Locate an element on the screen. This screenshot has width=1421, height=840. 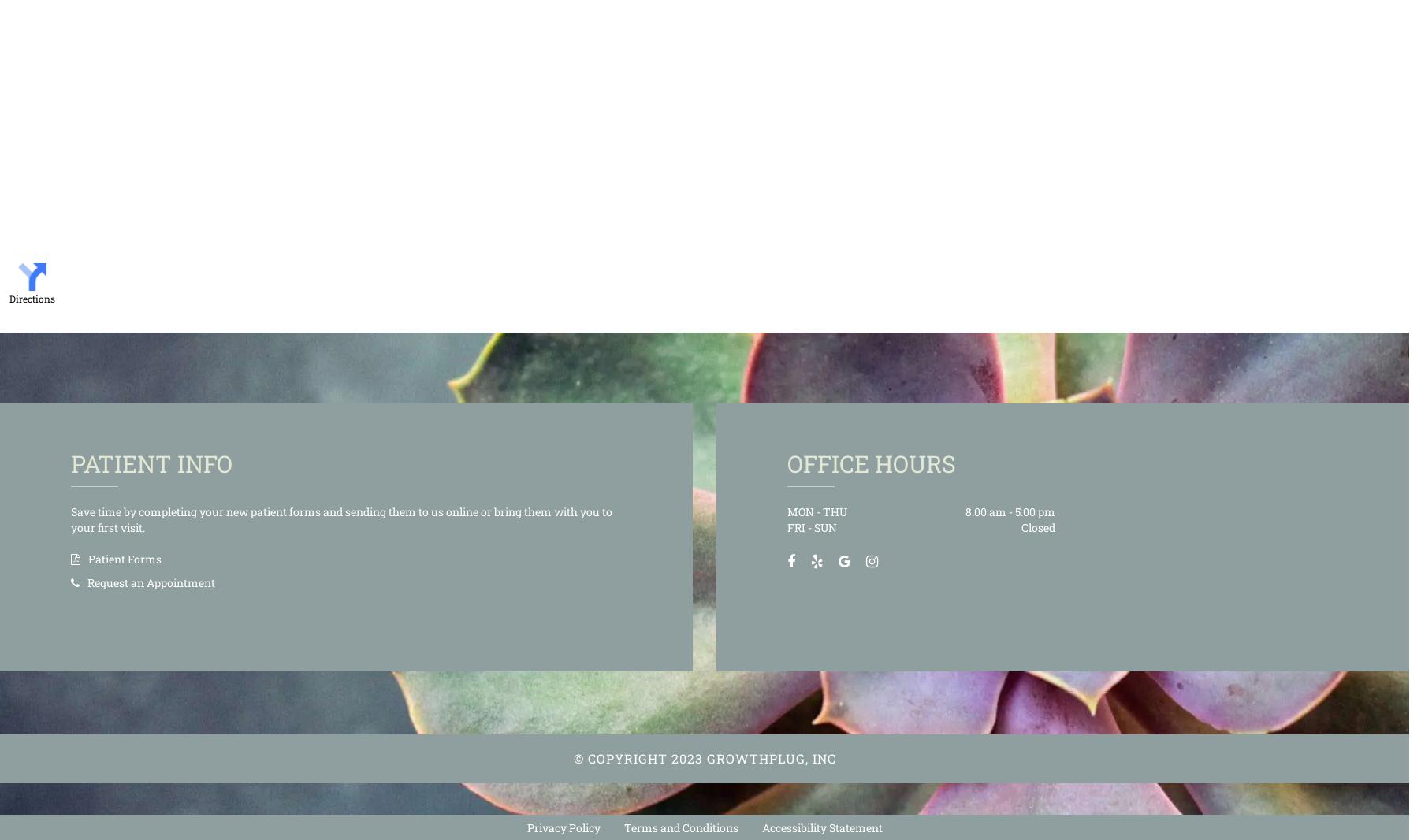
'© Copyright' is located at coordinates (571, 757).